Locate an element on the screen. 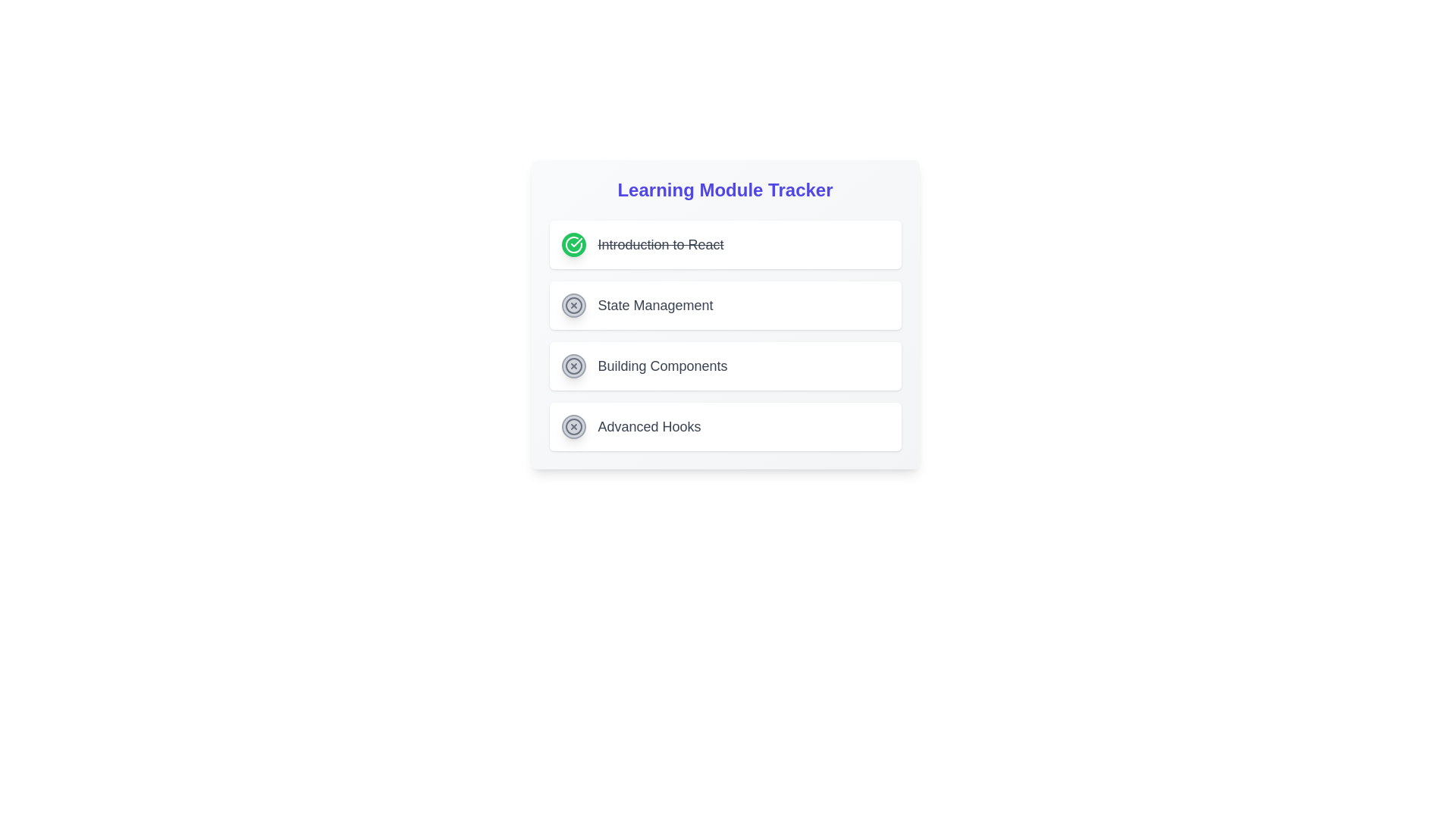 Image resolution: width=1456 pixels, height=819 pixels. the status indicator icon located is located at coordinates (573, 366).